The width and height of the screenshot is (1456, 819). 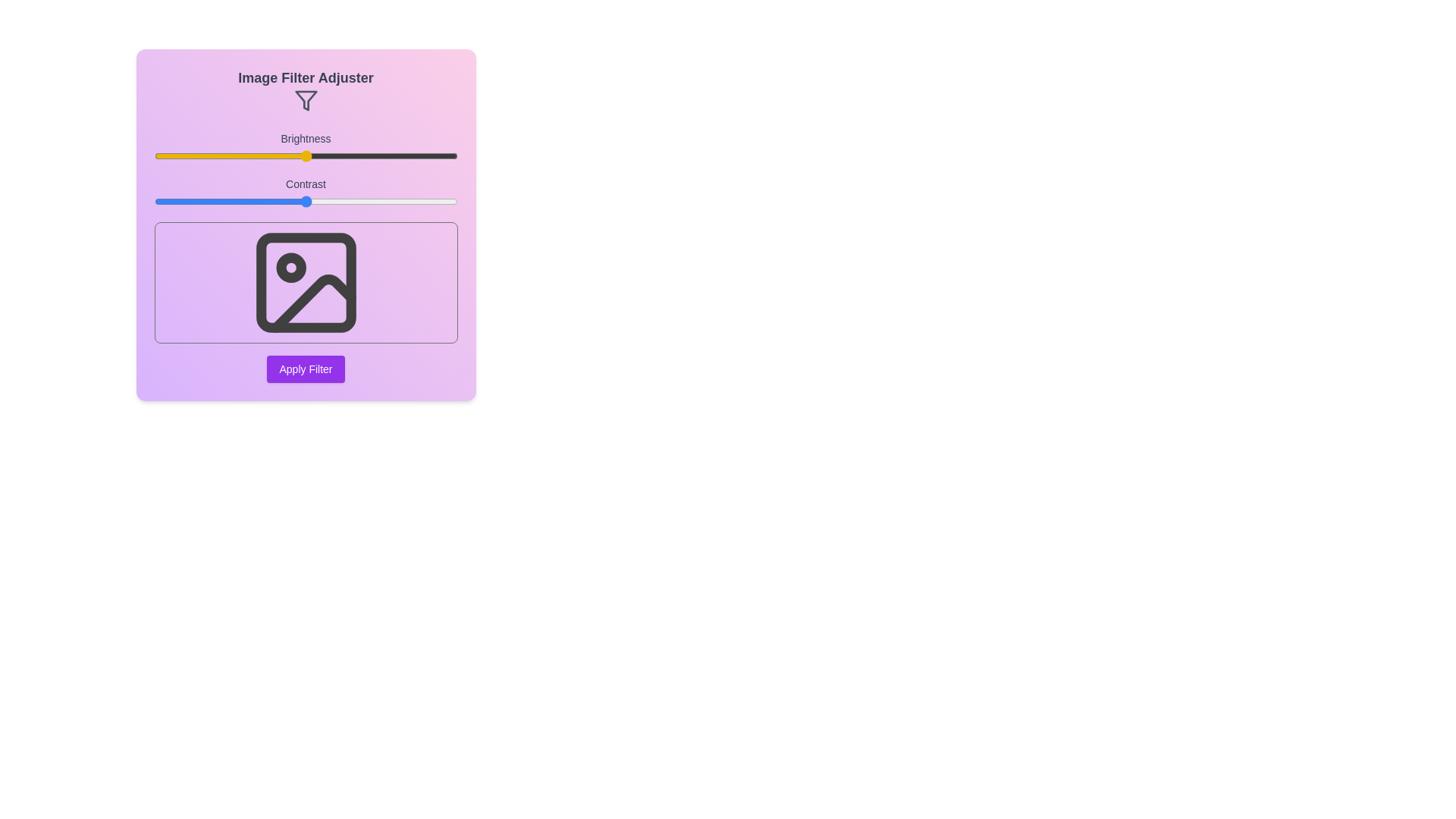 What do you see at coordinates (435, 201) in the screenshot?
I see `the contrast slider to 93%` at bounding box center [435, 201].